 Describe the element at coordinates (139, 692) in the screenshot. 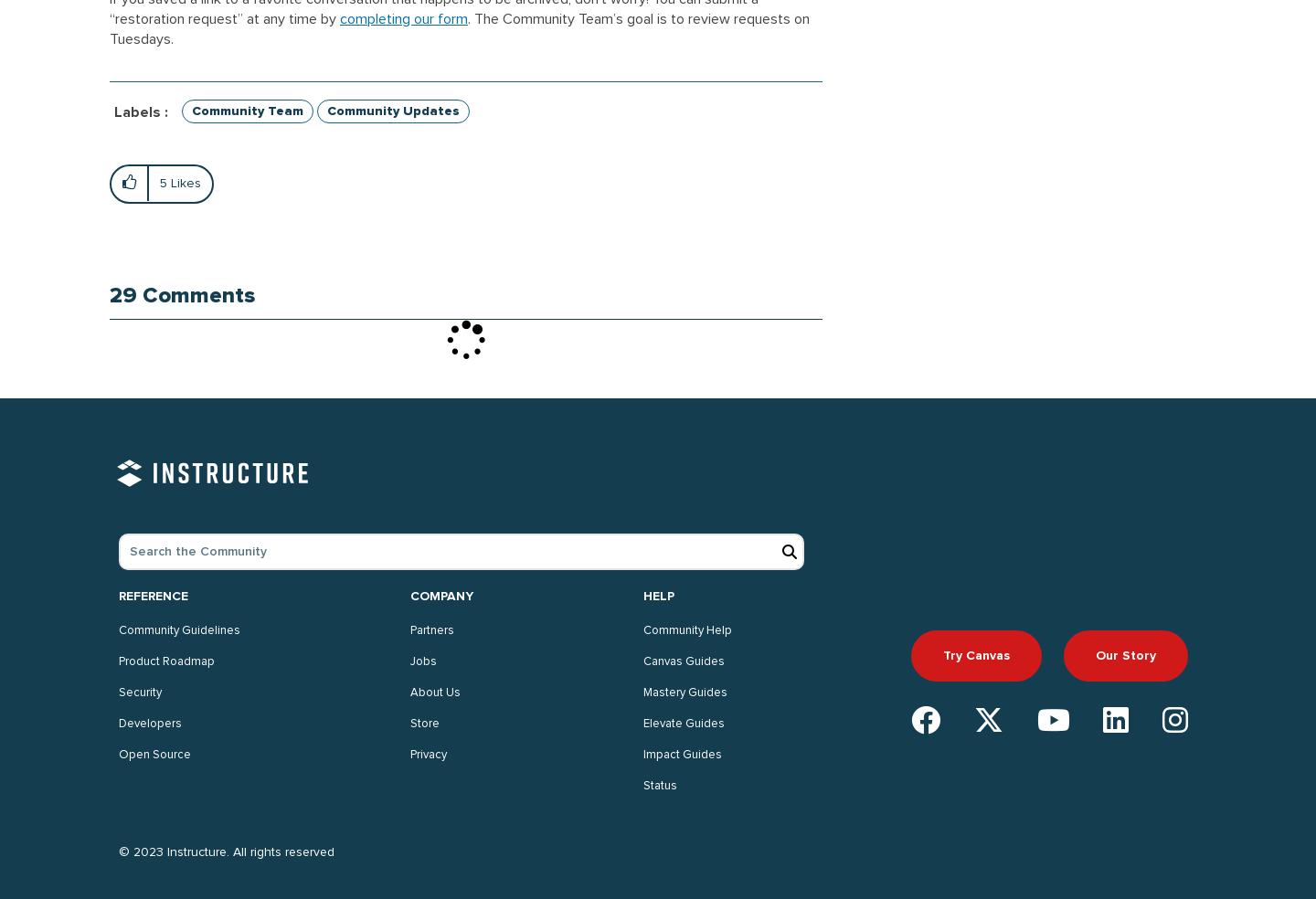

I see `'Security'` at that location.